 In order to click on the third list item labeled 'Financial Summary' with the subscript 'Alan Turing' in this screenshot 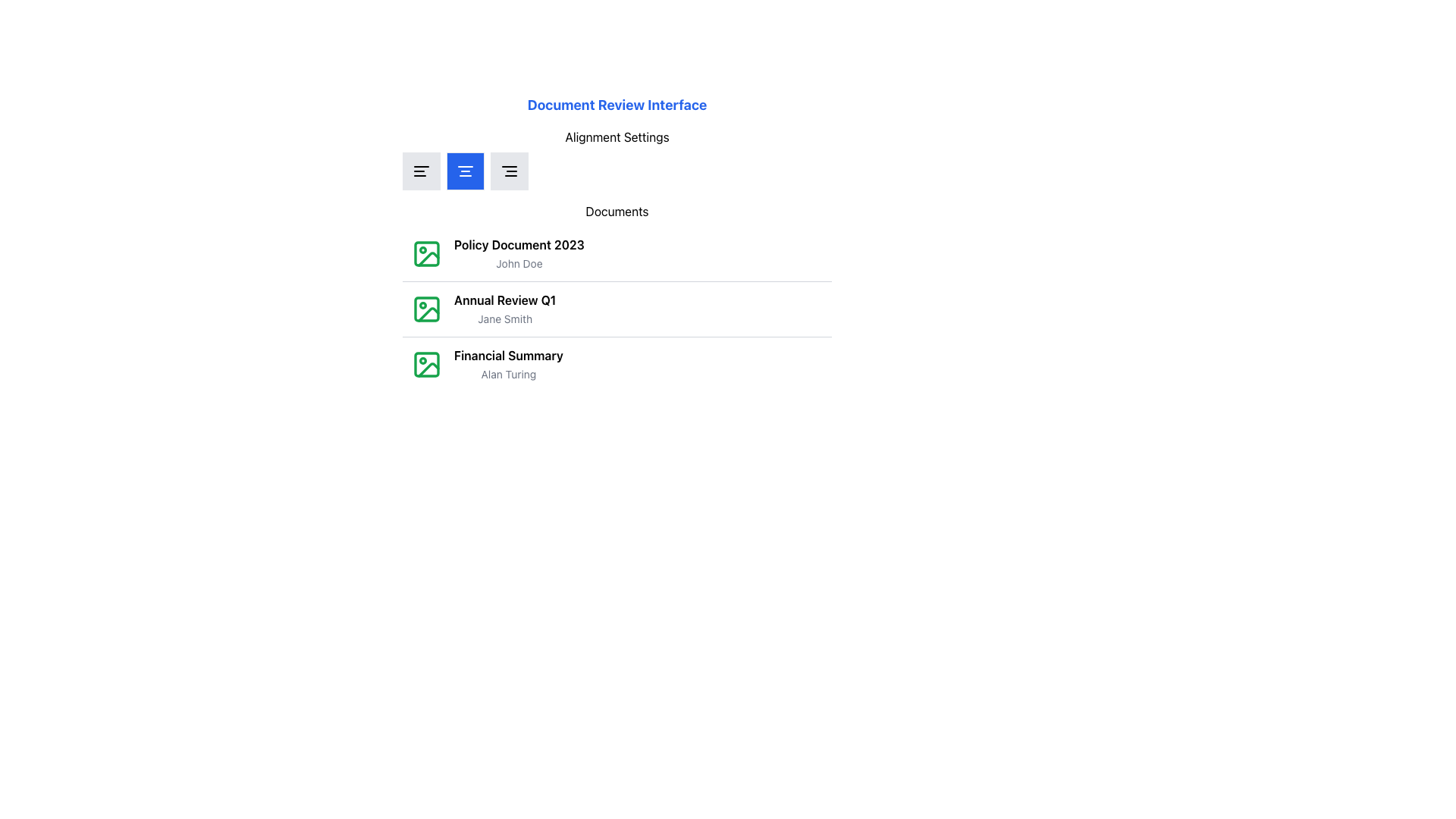, I will do `click(617, 363)`.